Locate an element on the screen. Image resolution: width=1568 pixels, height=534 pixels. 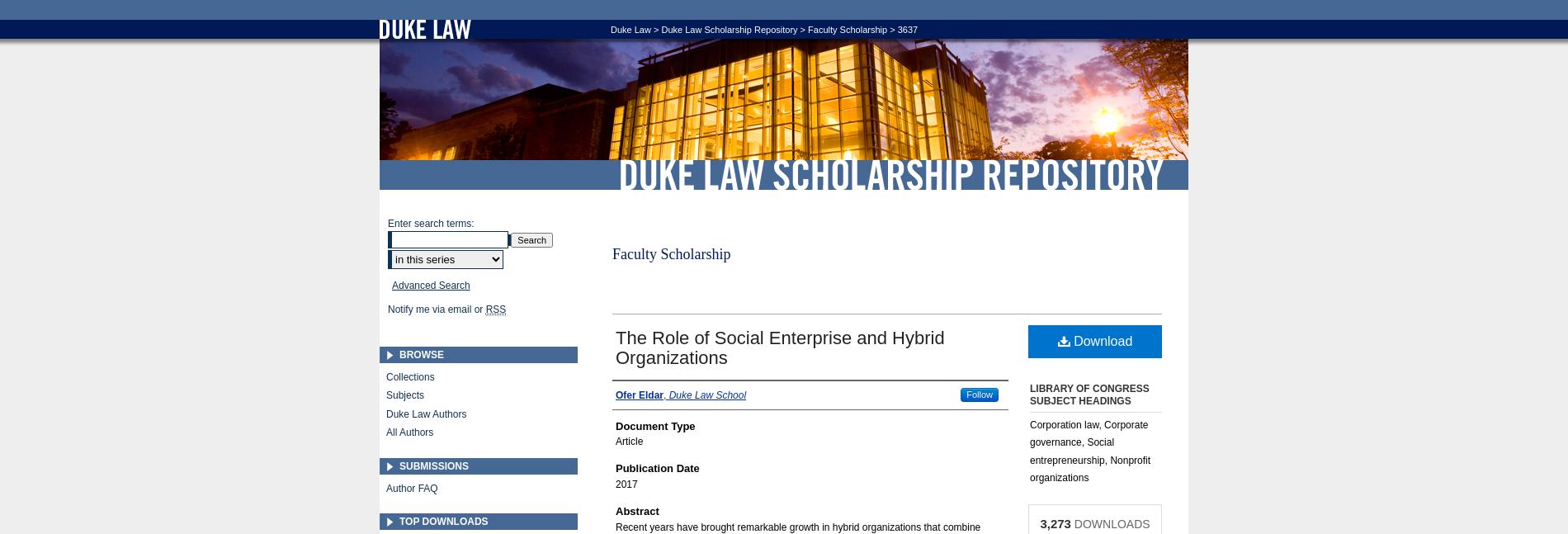
'The Role of Social Enterprise and Hybrid Organizations' is located at coordinates (779, 347).